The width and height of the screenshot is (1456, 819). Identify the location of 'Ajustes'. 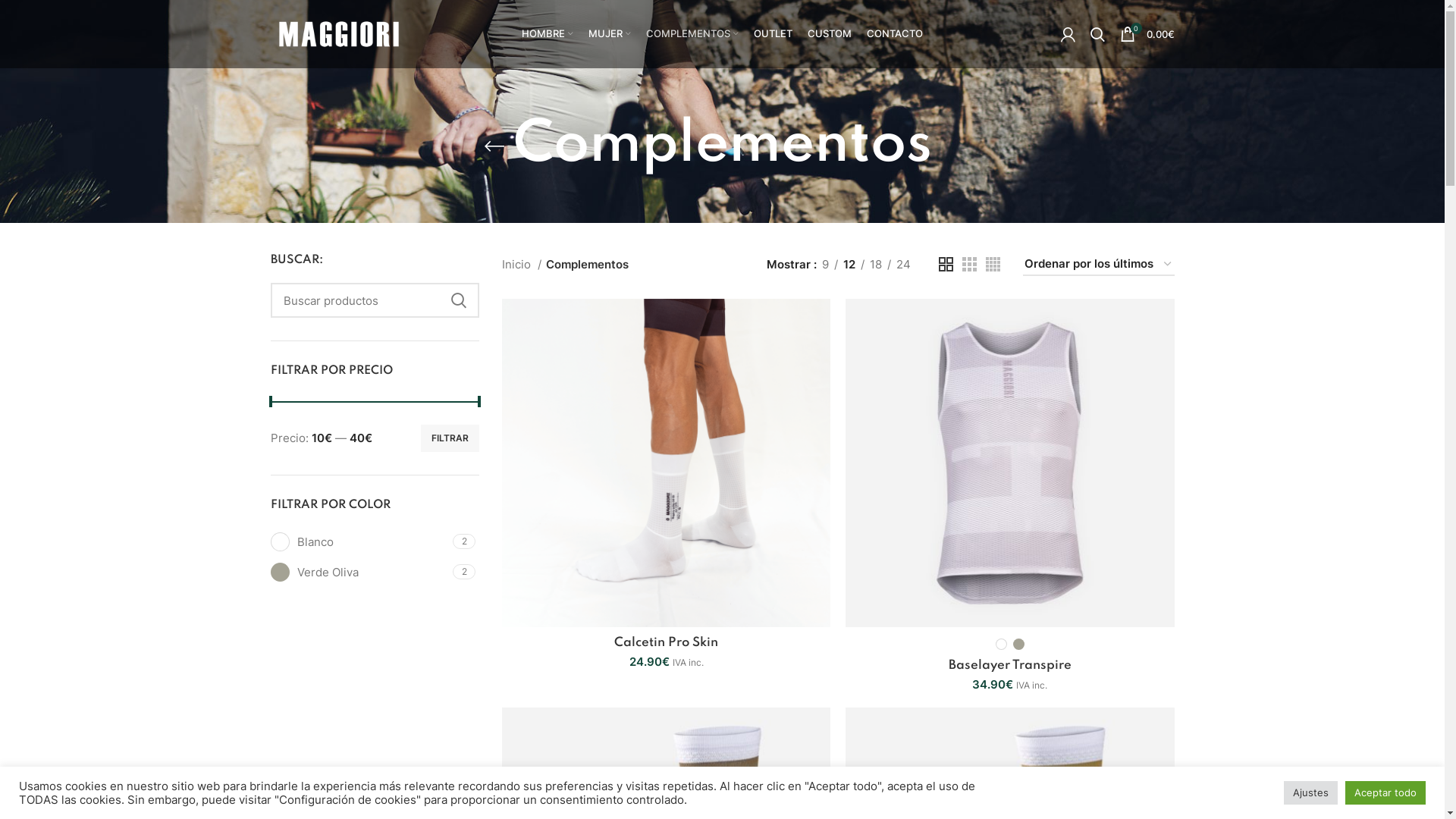
(1310, 792).